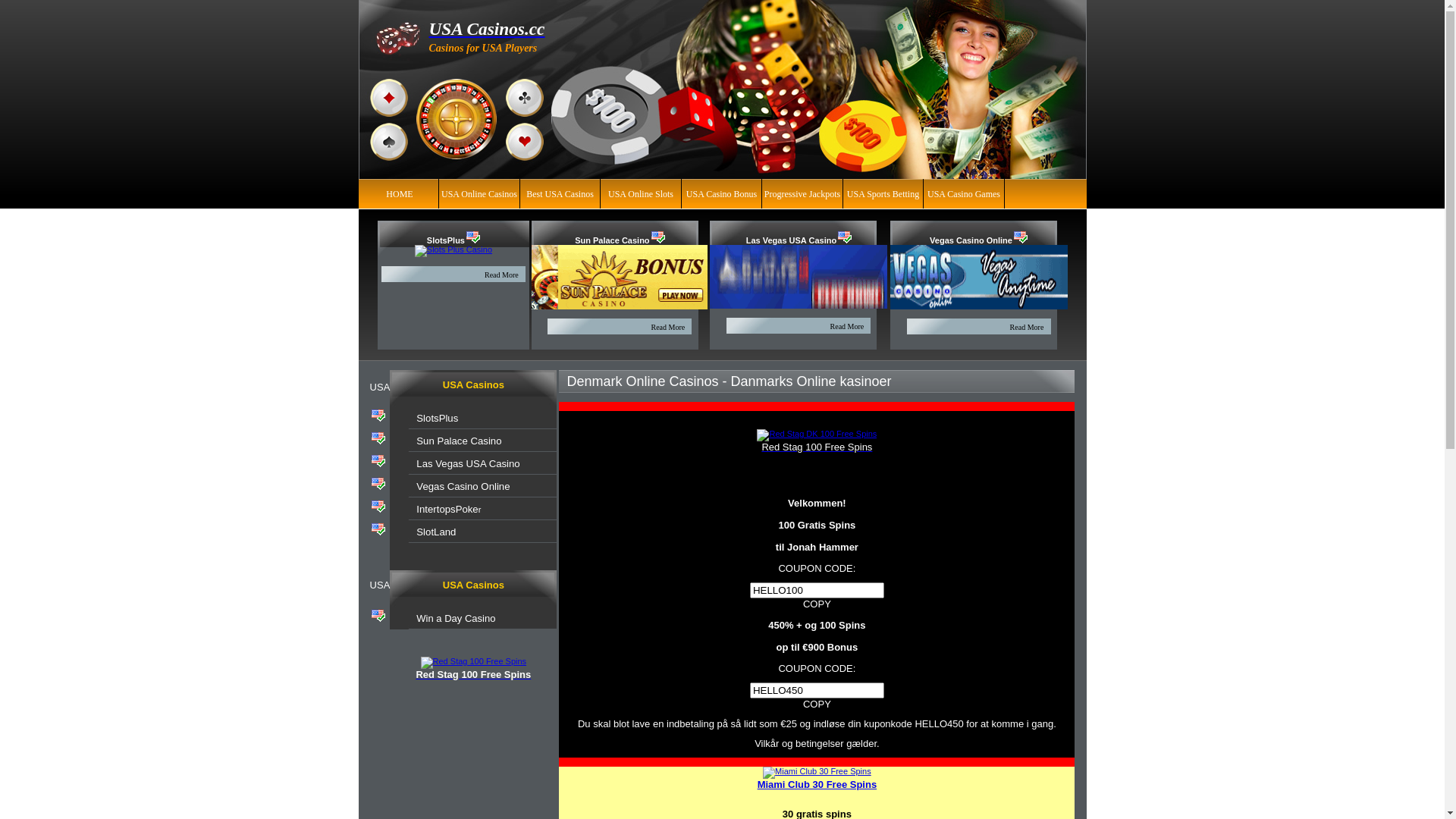  What do you see at coordinates (667, 326) in the screenshot?
I see `'Read More'` at bounding box center [667, 326].